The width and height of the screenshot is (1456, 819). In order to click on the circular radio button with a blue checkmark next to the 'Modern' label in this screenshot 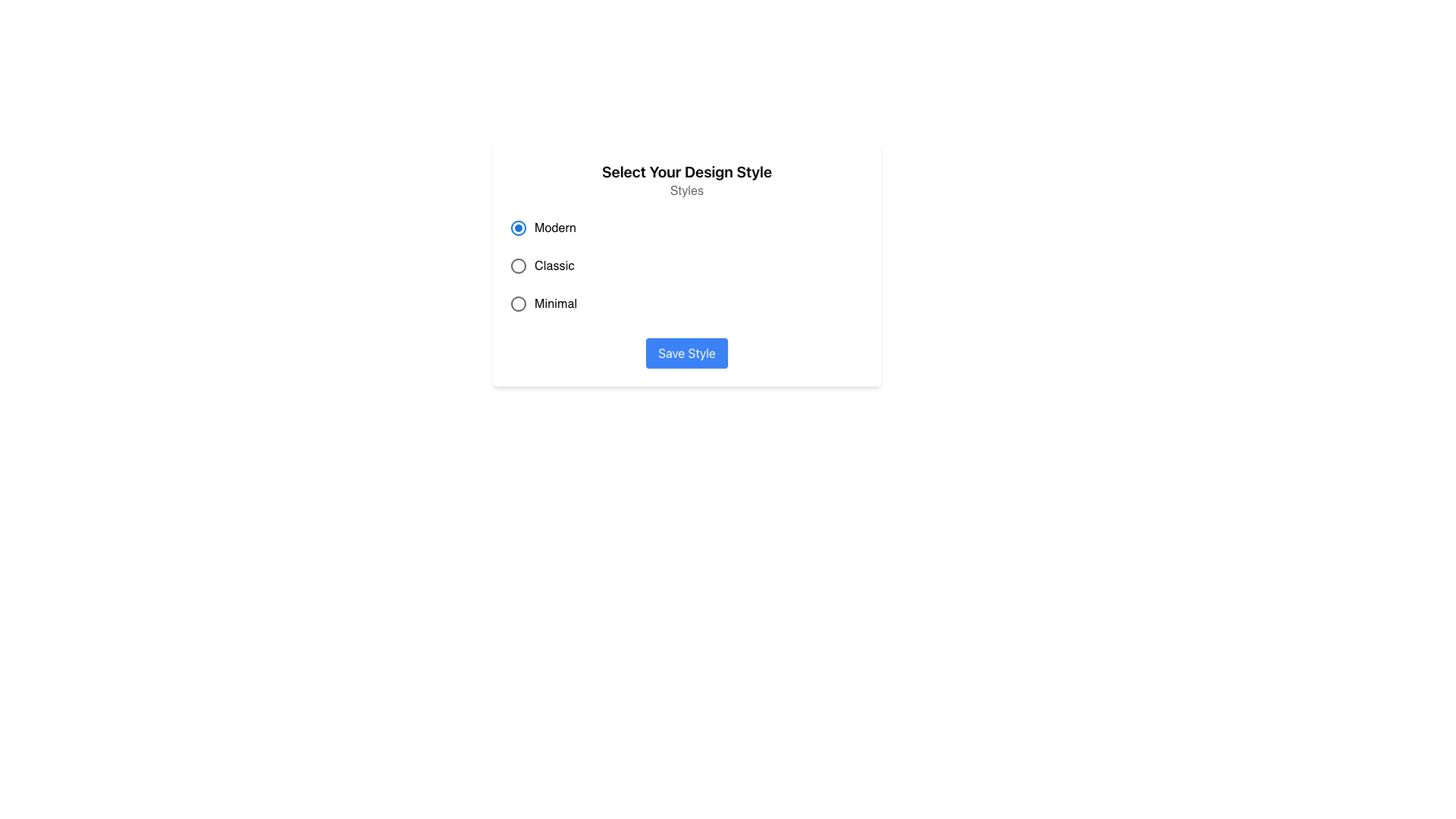, I will do `click(519, 227)`.